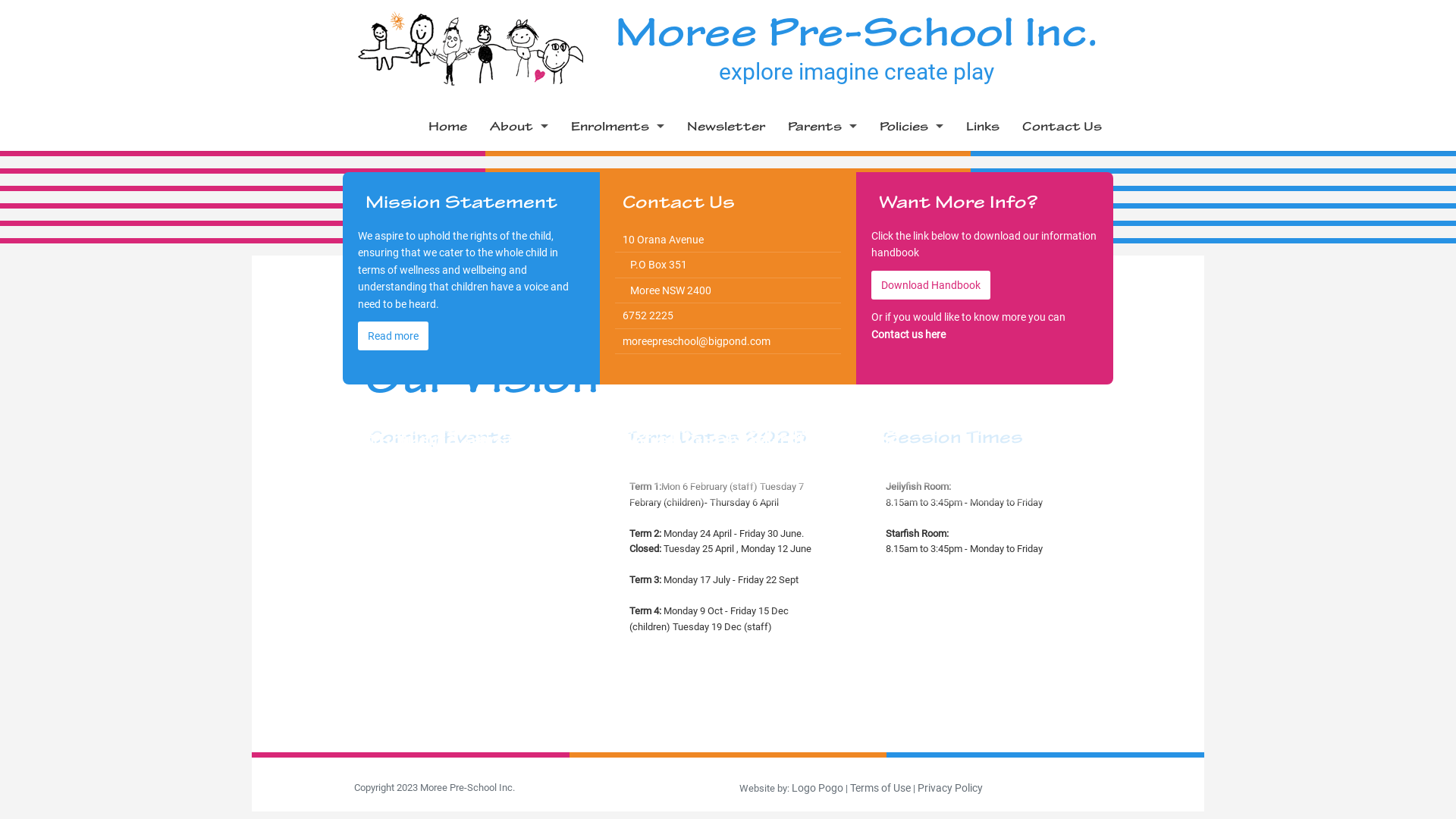 This screenshot has width=1456, height=819. I want to click on 'Management', so click(519, 228).